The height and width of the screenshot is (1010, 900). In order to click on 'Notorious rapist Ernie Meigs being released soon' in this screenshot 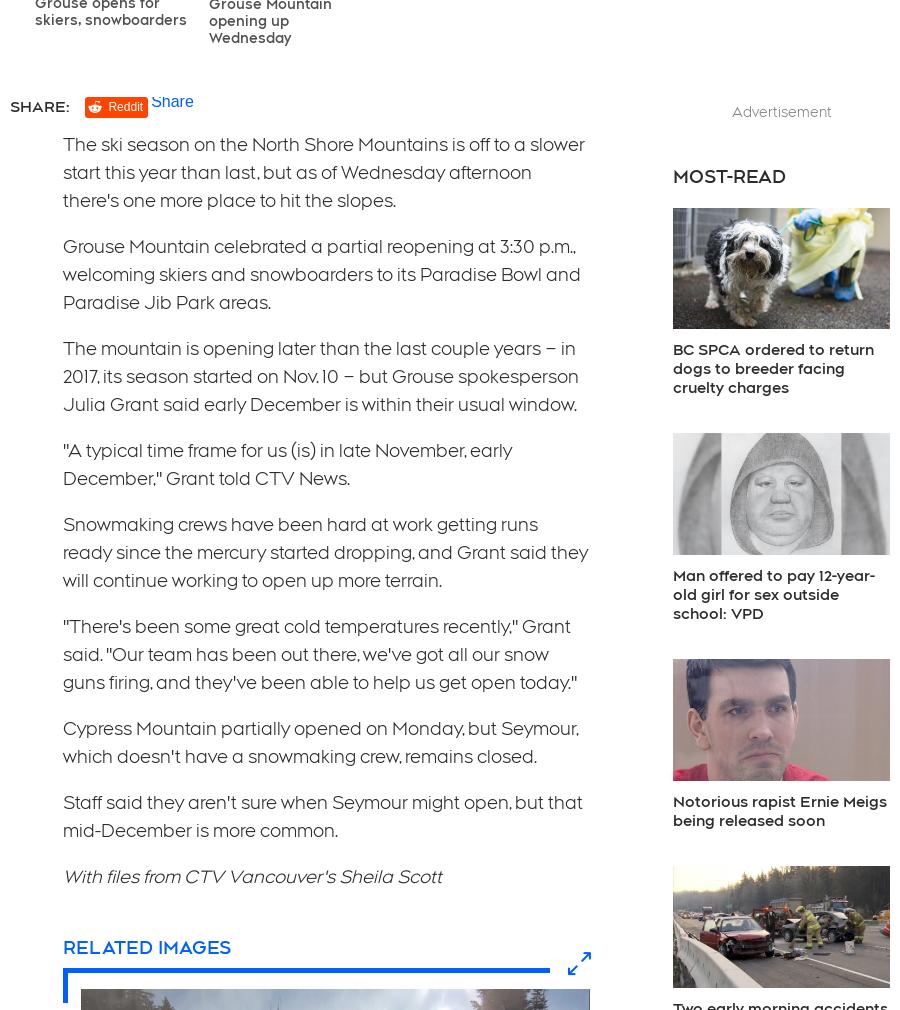, I will do `click(779, 811)`.